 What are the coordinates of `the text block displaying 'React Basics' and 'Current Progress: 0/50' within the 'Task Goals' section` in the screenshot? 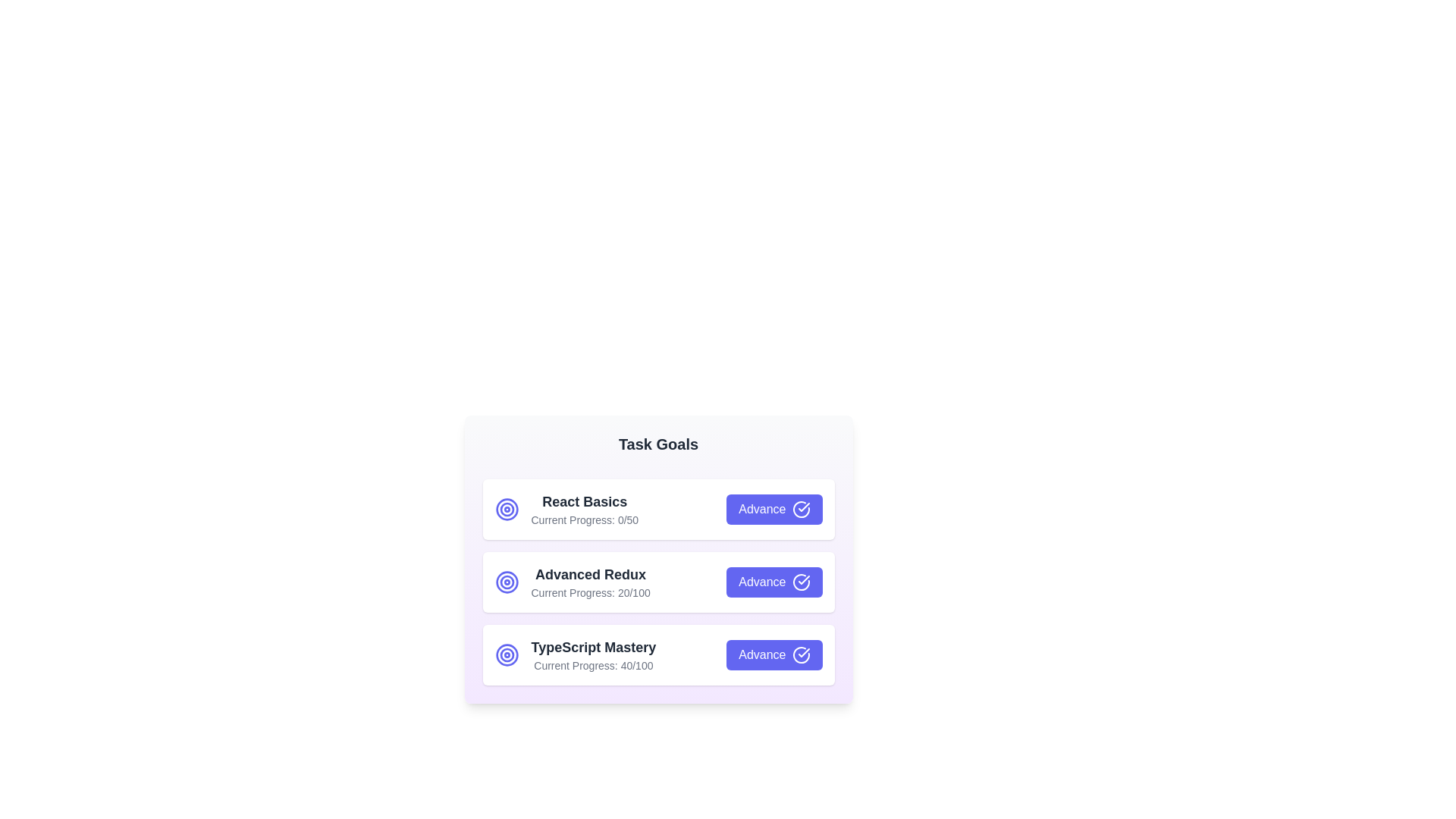 It's located at (584, 509).